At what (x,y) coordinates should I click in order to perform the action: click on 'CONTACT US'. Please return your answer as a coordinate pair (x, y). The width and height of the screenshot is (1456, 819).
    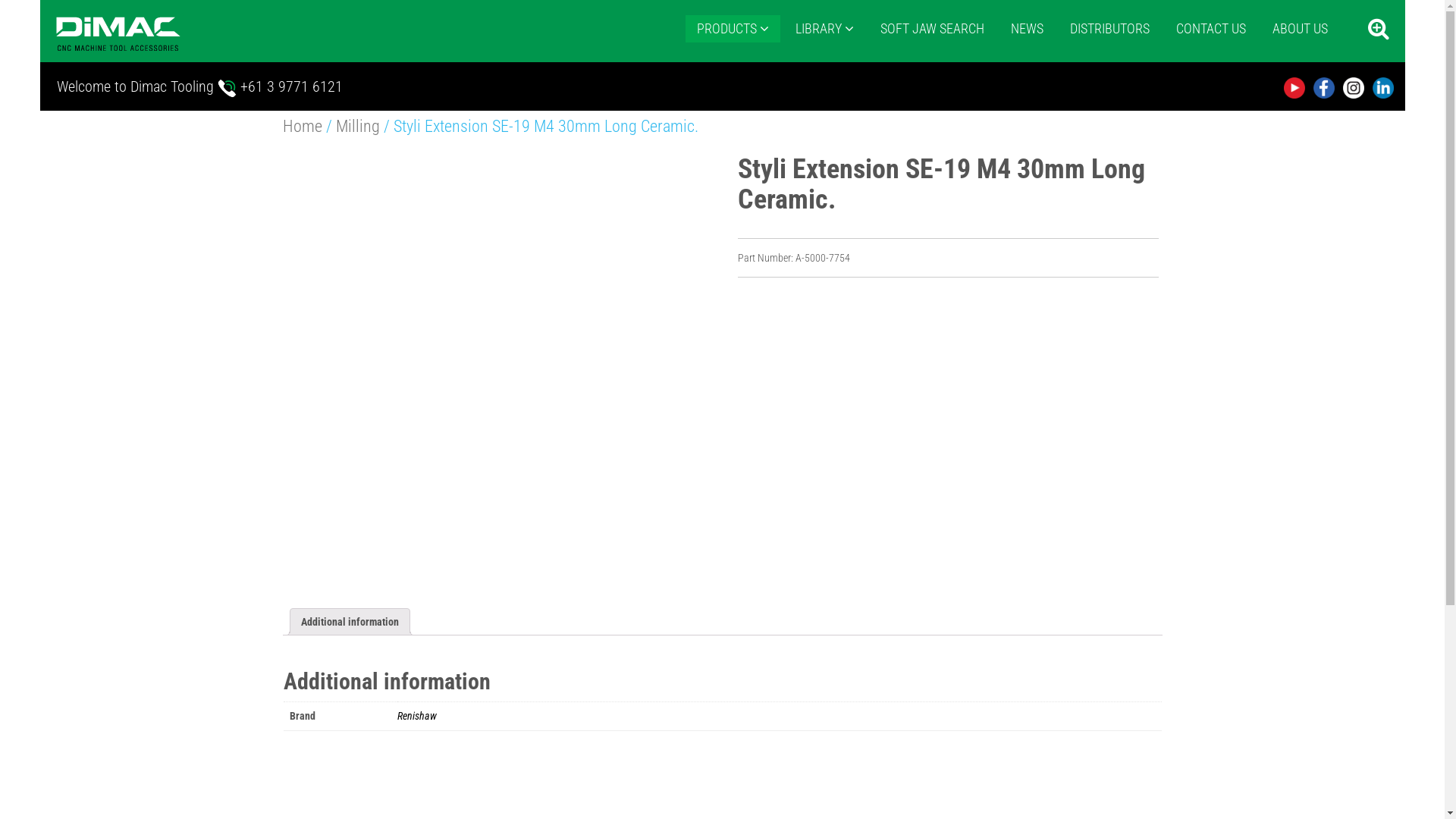
    Looking at the image, I should click on (1164, 29).